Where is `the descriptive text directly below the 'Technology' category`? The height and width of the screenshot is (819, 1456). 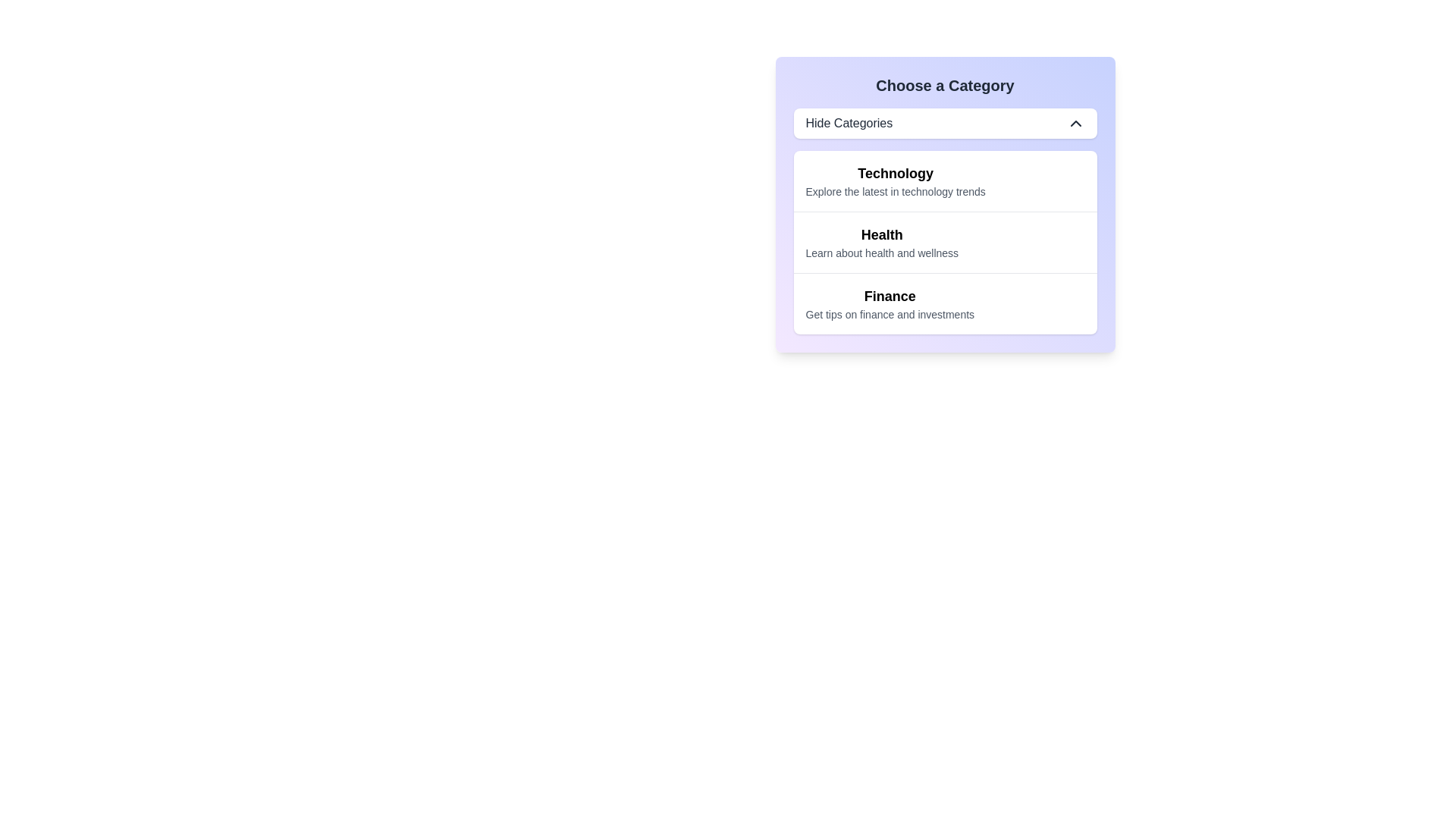
the descriptive text directly below the 'Technology' category is located at coordinates (896, 191).